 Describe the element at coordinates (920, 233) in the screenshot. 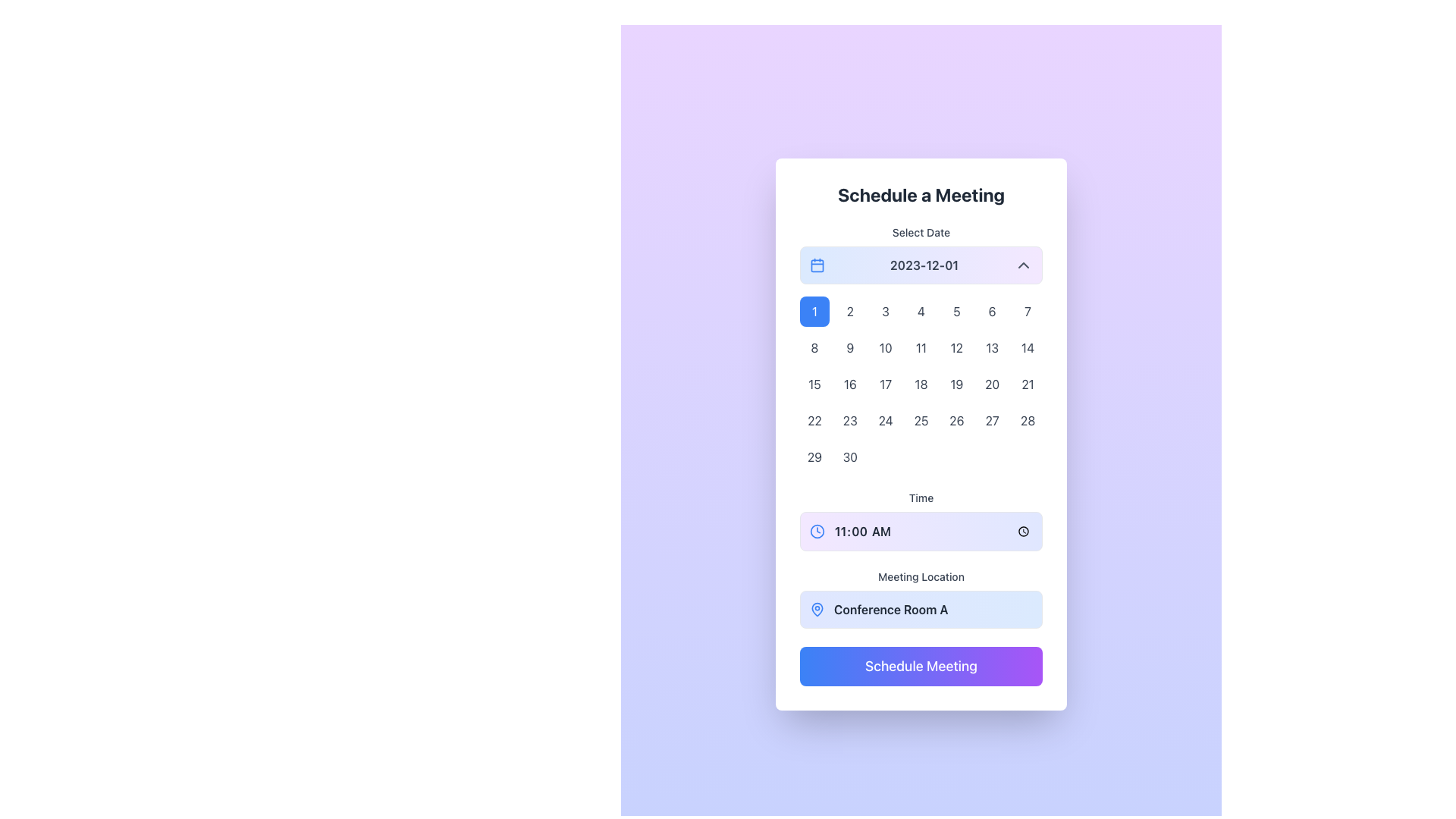

I see `the text label that describes the purpose of the adjacent date selection field, which is located above the date display field showing '2023-12-01'` at that location.